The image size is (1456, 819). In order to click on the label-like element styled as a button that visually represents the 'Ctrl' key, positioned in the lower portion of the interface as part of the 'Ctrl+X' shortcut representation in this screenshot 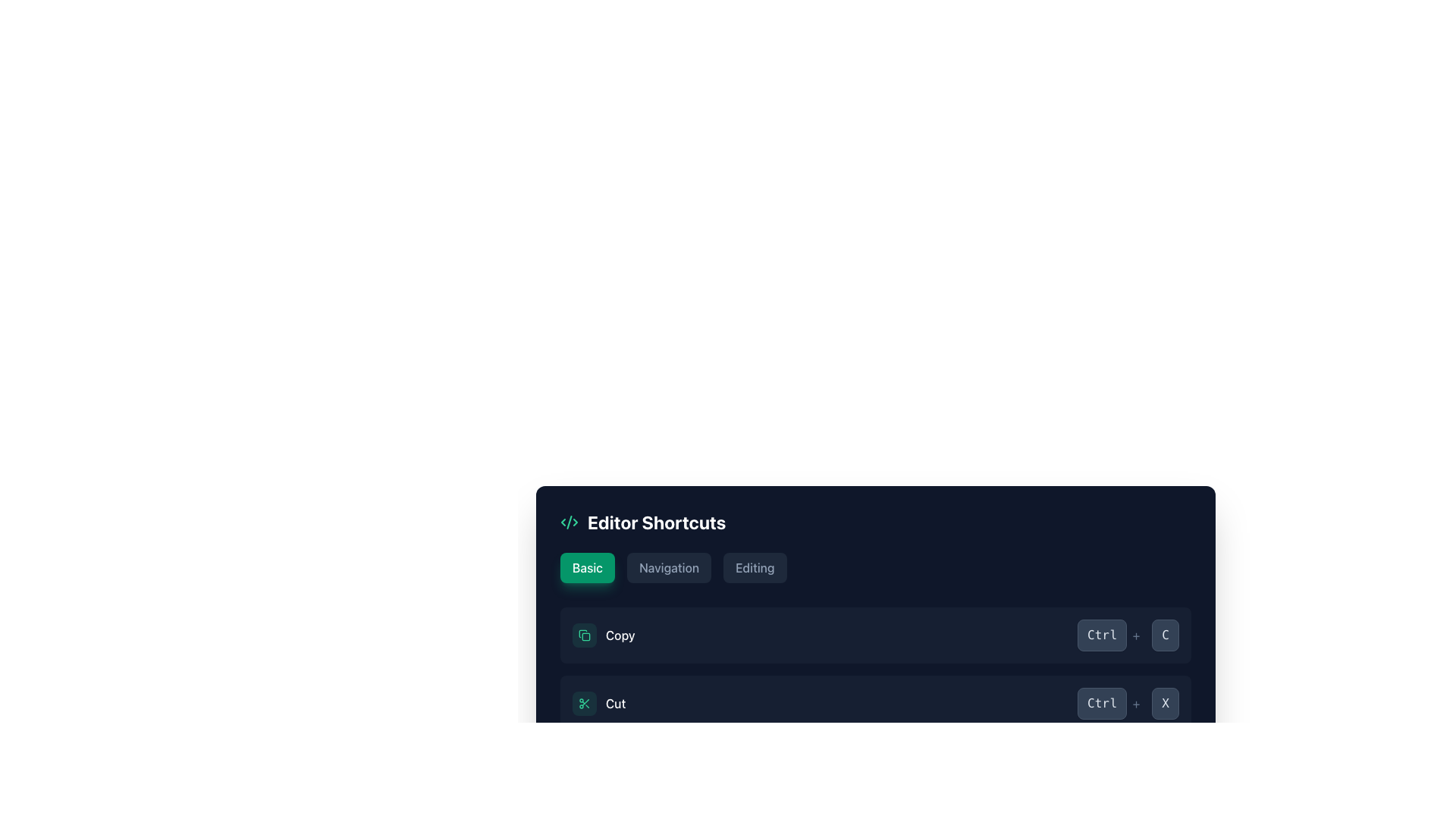, I will do `click(1112, 704)`.